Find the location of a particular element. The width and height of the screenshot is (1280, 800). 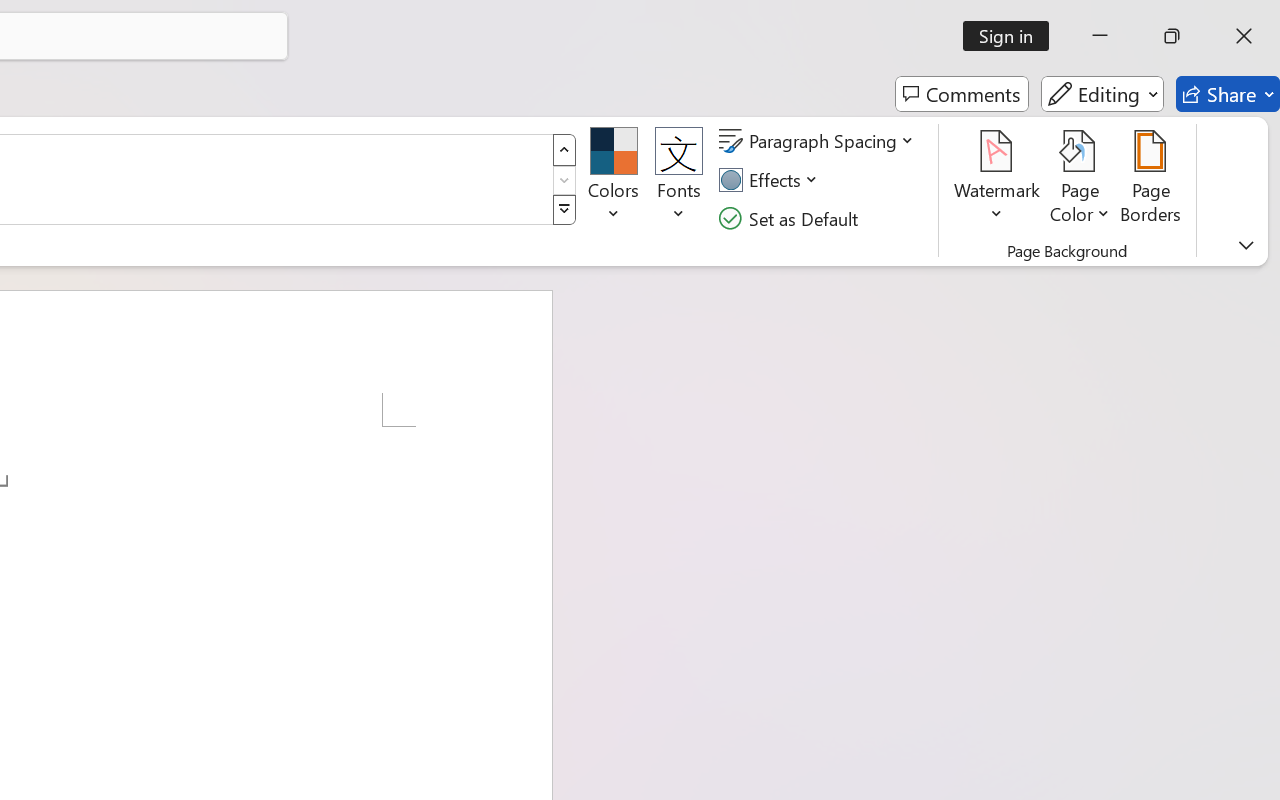

'Sign in' is located at coordinates (1013, 35).